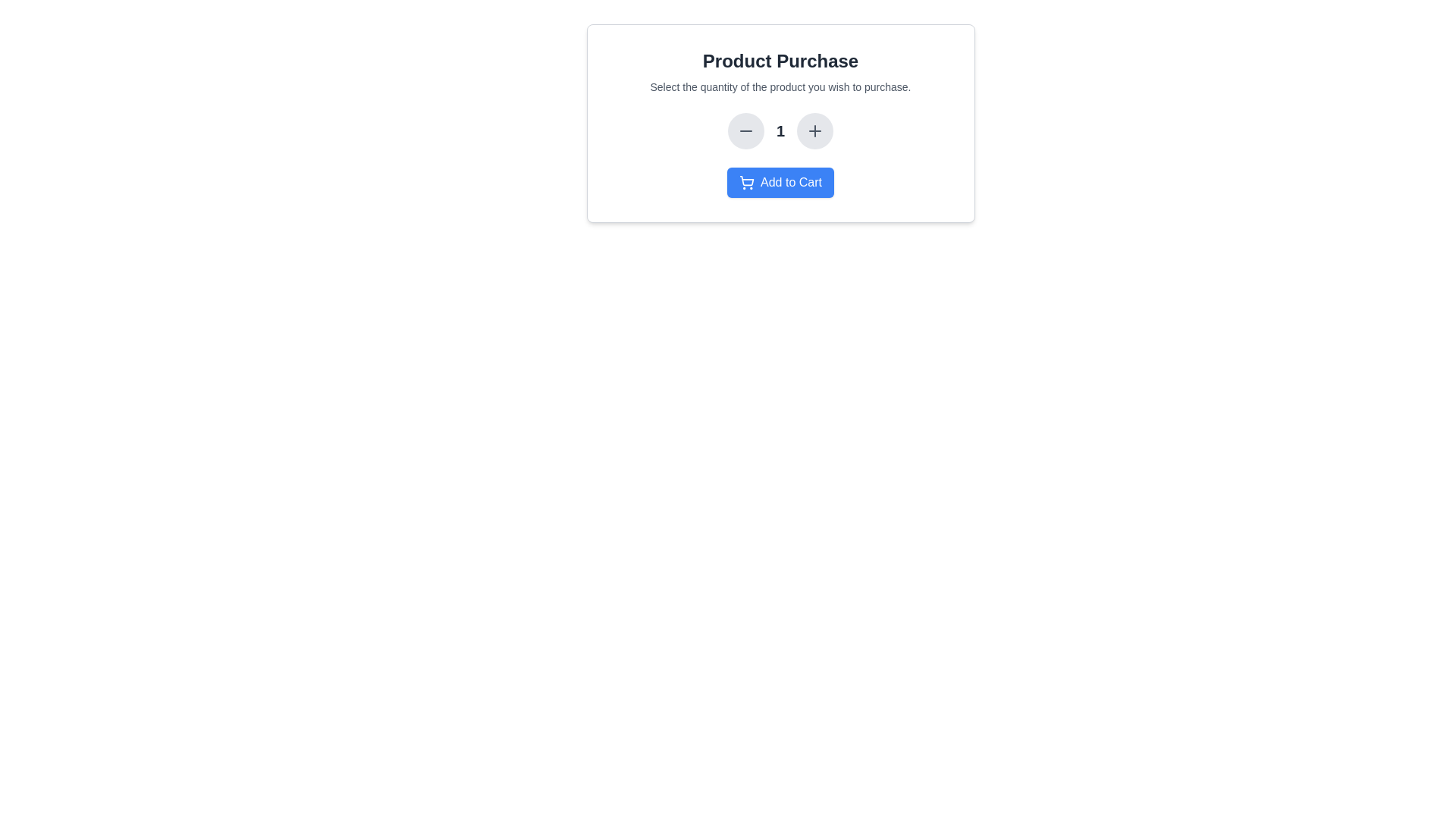  I want to click on the leftmost button in the set of three to decrease the quantity of the selected product by one, so click(745, 130).